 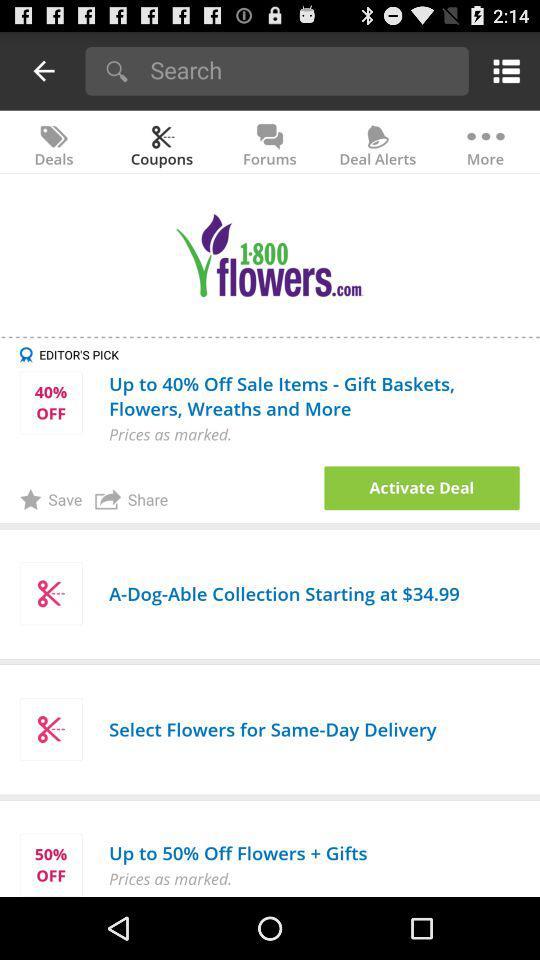 What do you see at coordinates (283, 593) in the screenshot?
I see `the a dog able` at bounding box center [283, 593].